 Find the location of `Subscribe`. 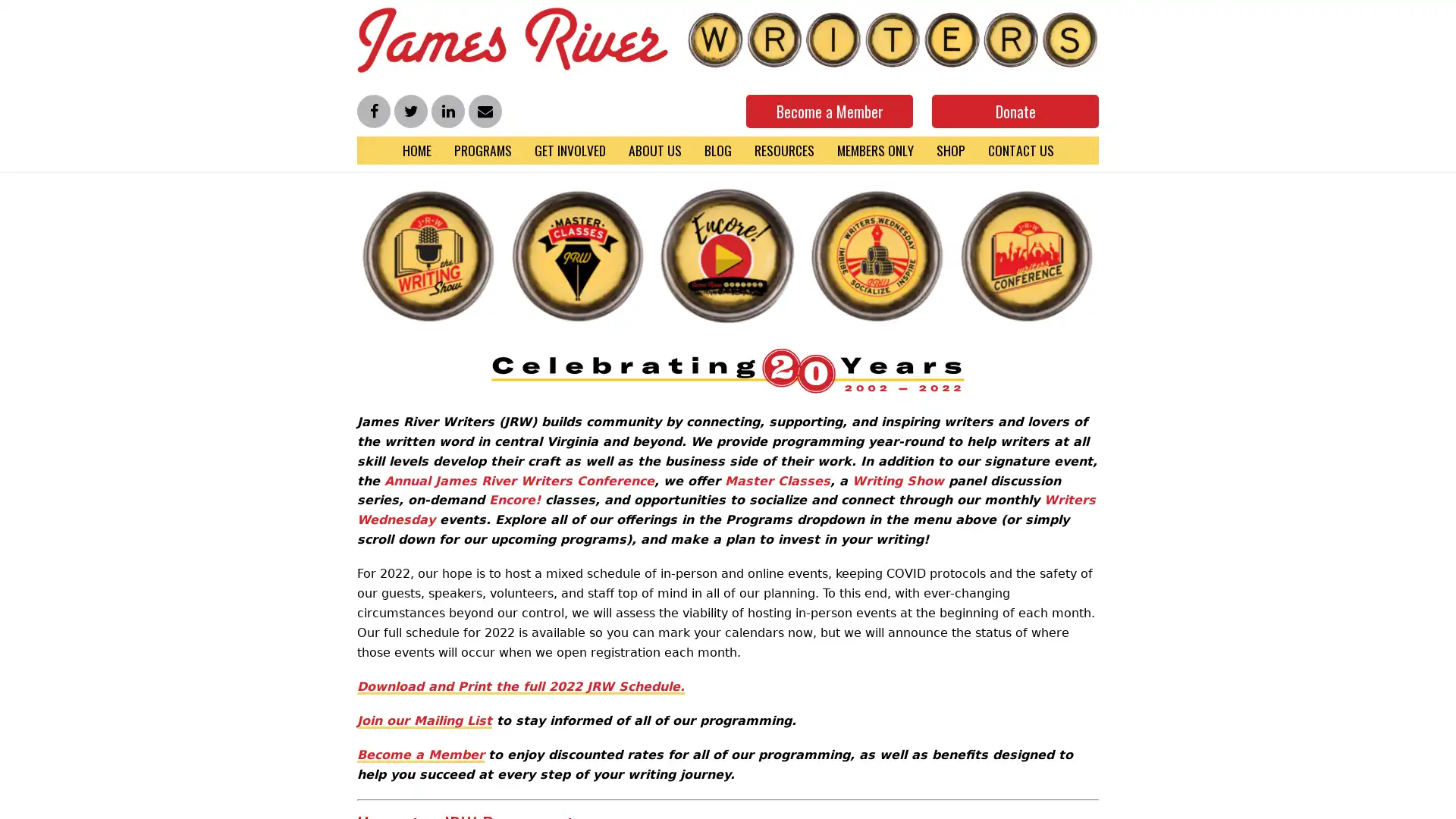

Subscribe is located at coordinates (1296, 798).